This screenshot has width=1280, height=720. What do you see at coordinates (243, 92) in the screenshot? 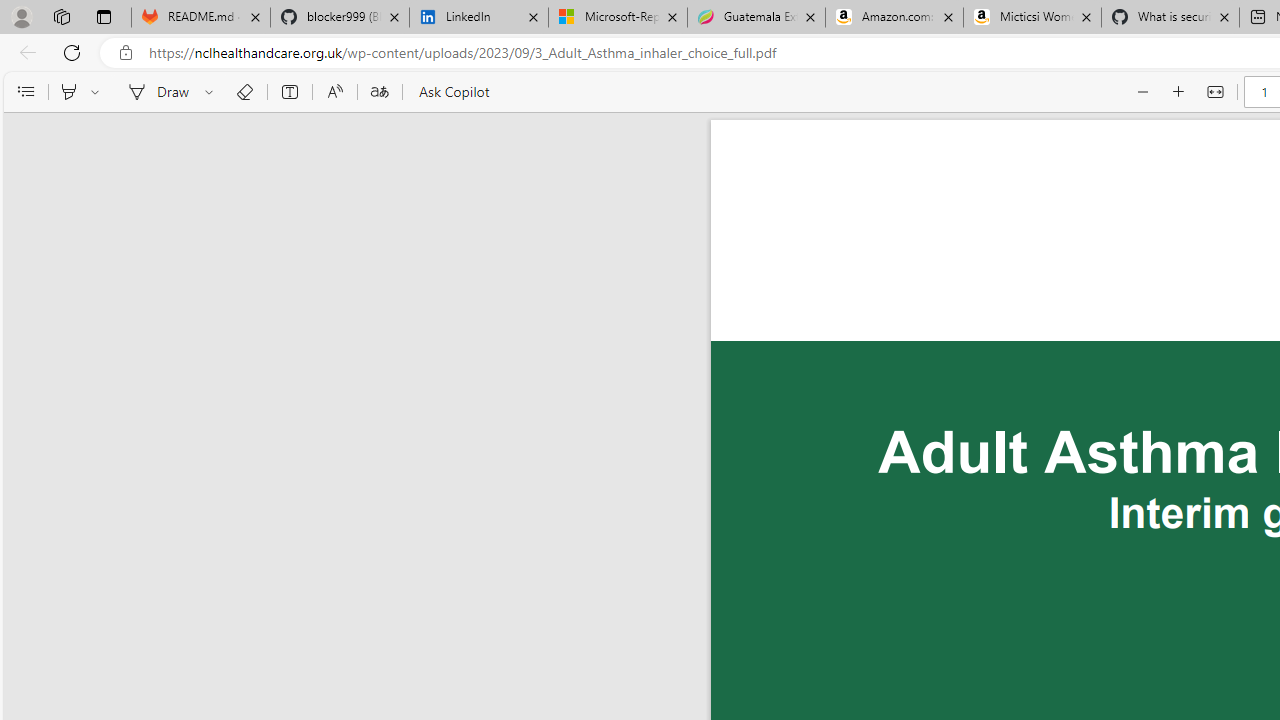
I see `'Erase'` at bounding box center [243, 92].